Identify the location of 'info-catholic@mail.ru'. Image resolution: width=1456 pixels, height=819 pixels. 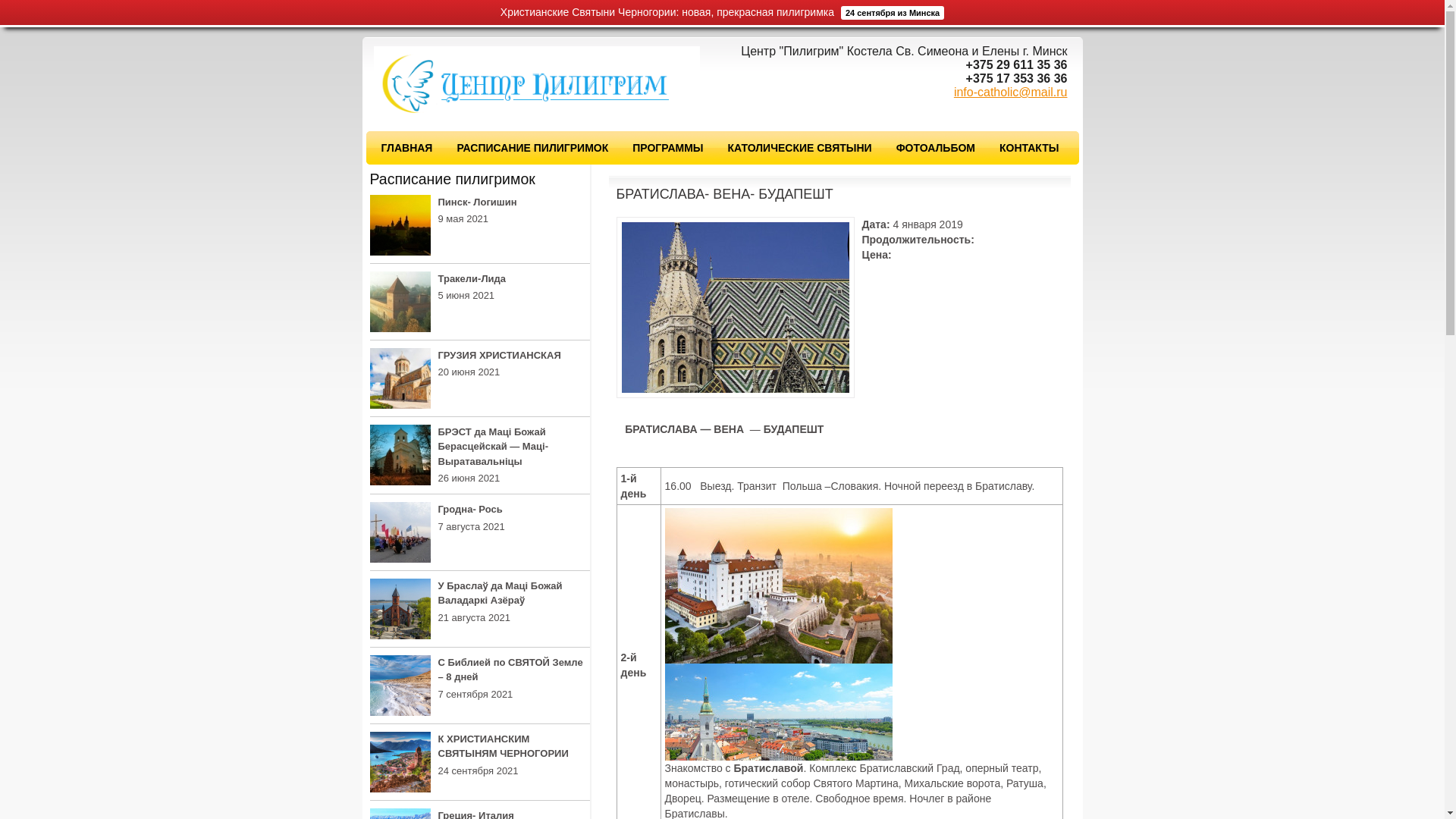
(1011, 92).